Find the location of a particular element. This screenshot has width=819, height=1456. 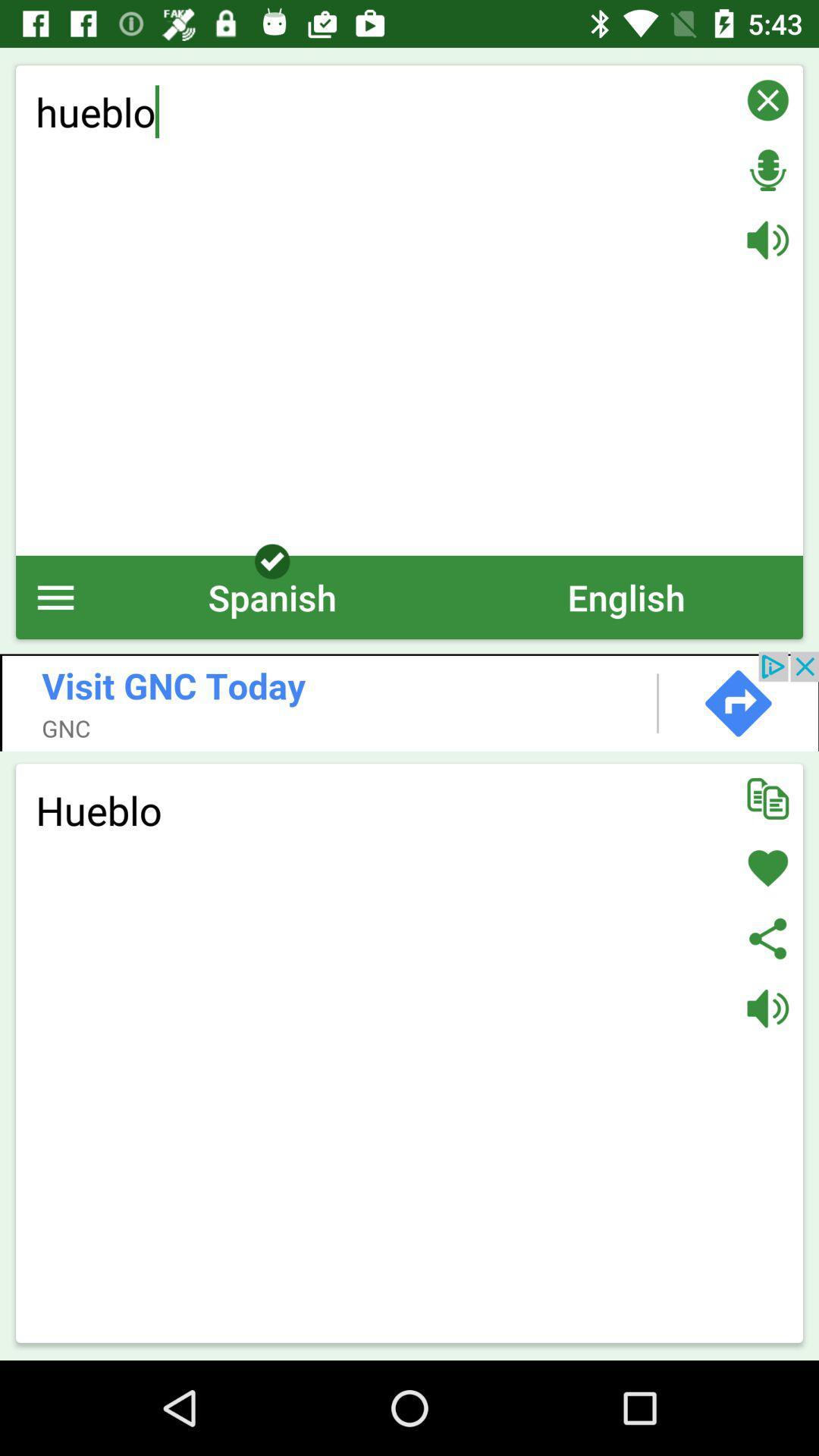

exit is located at coordinates (767, 99).